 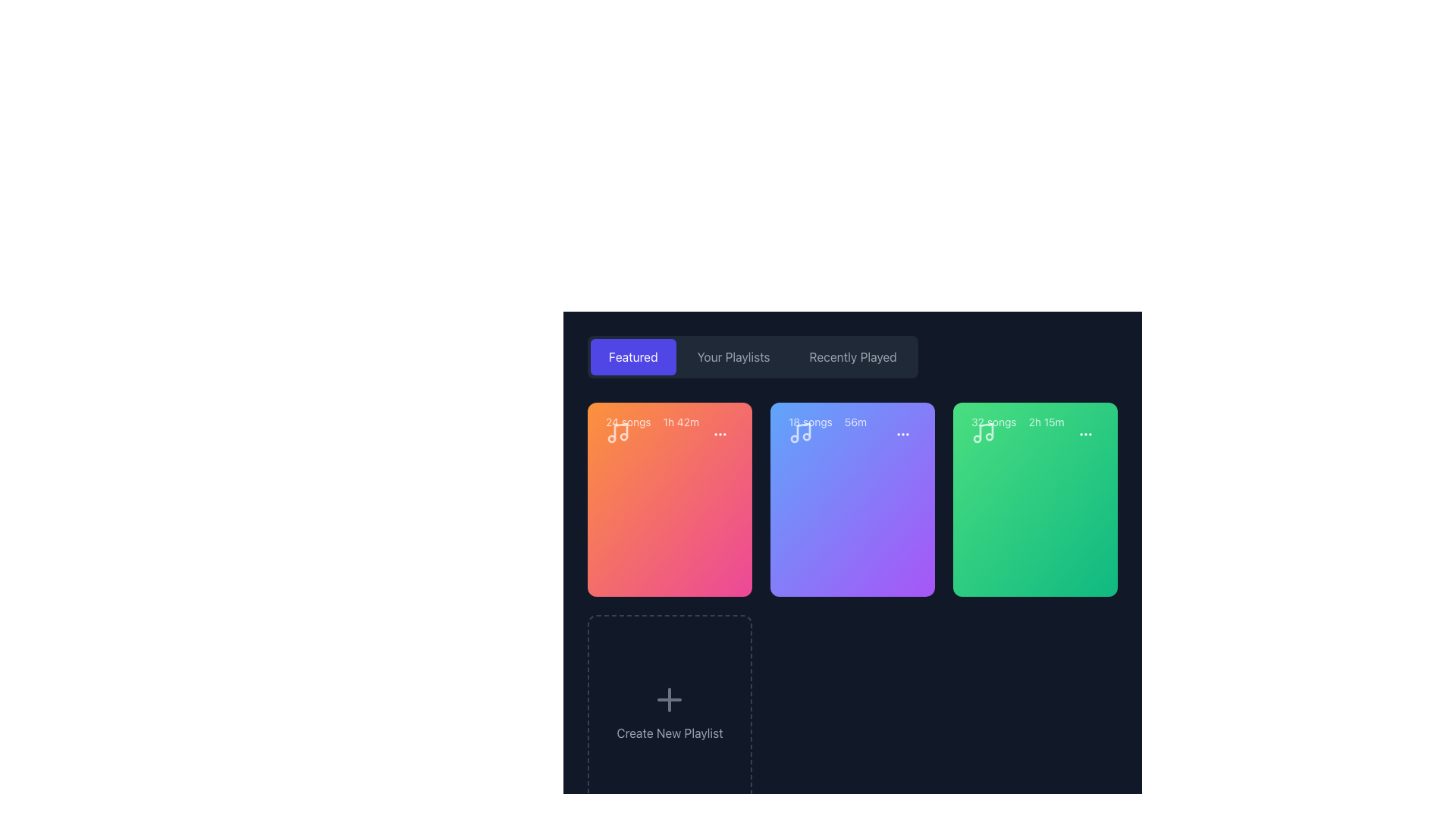 What do you see at coordinates (855, 422) in the screenshot?
I see `the text display indicating the duration of a playlist, located to the right of the '18 songs' text in the bottom-right section of the card` at bounding box center [855, 422].